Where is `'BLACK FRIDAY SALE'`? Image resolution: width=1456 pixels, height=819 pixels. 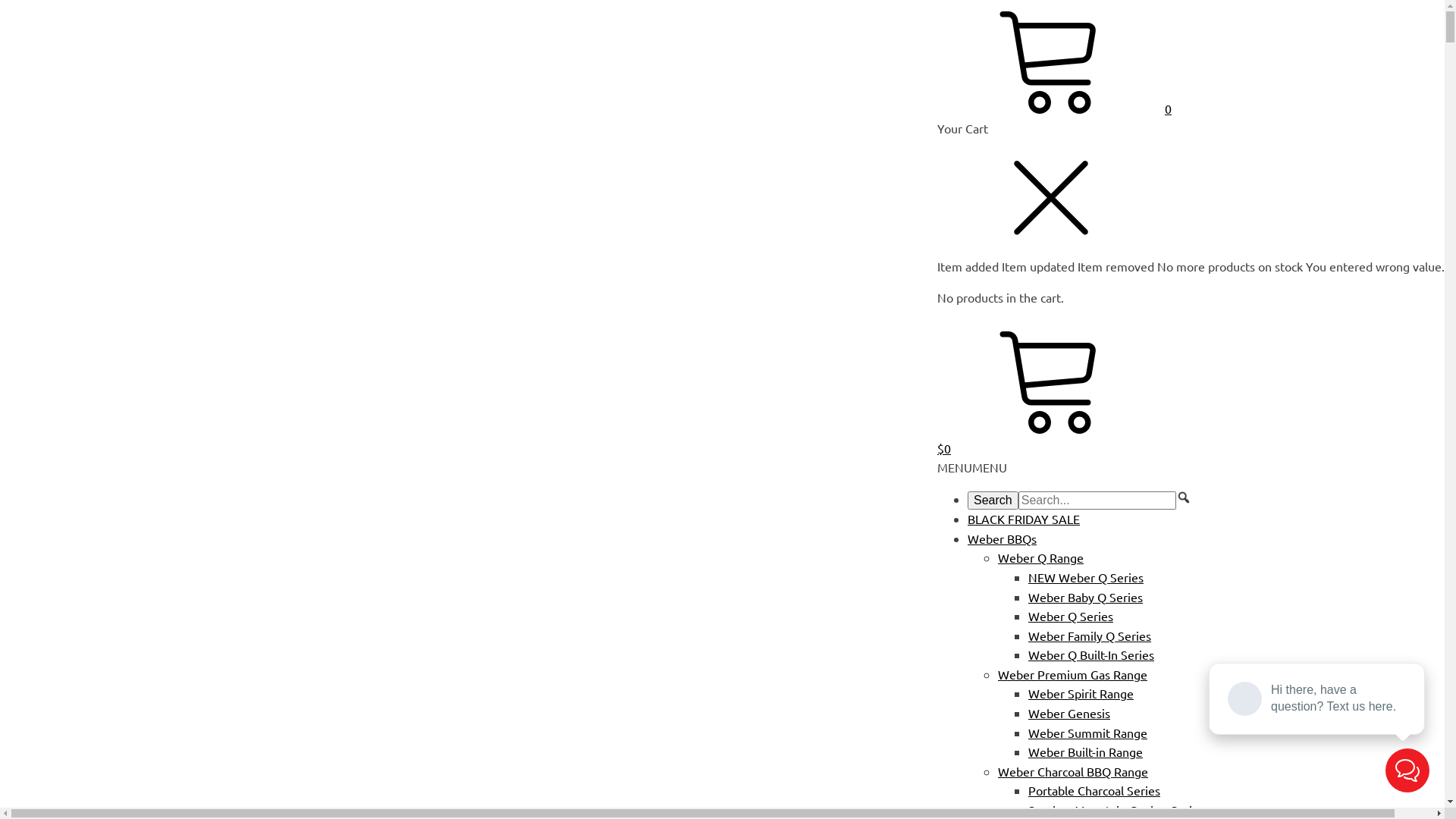
'BLACK FRIDAY SALE' is located at coordinates (1023, 517).